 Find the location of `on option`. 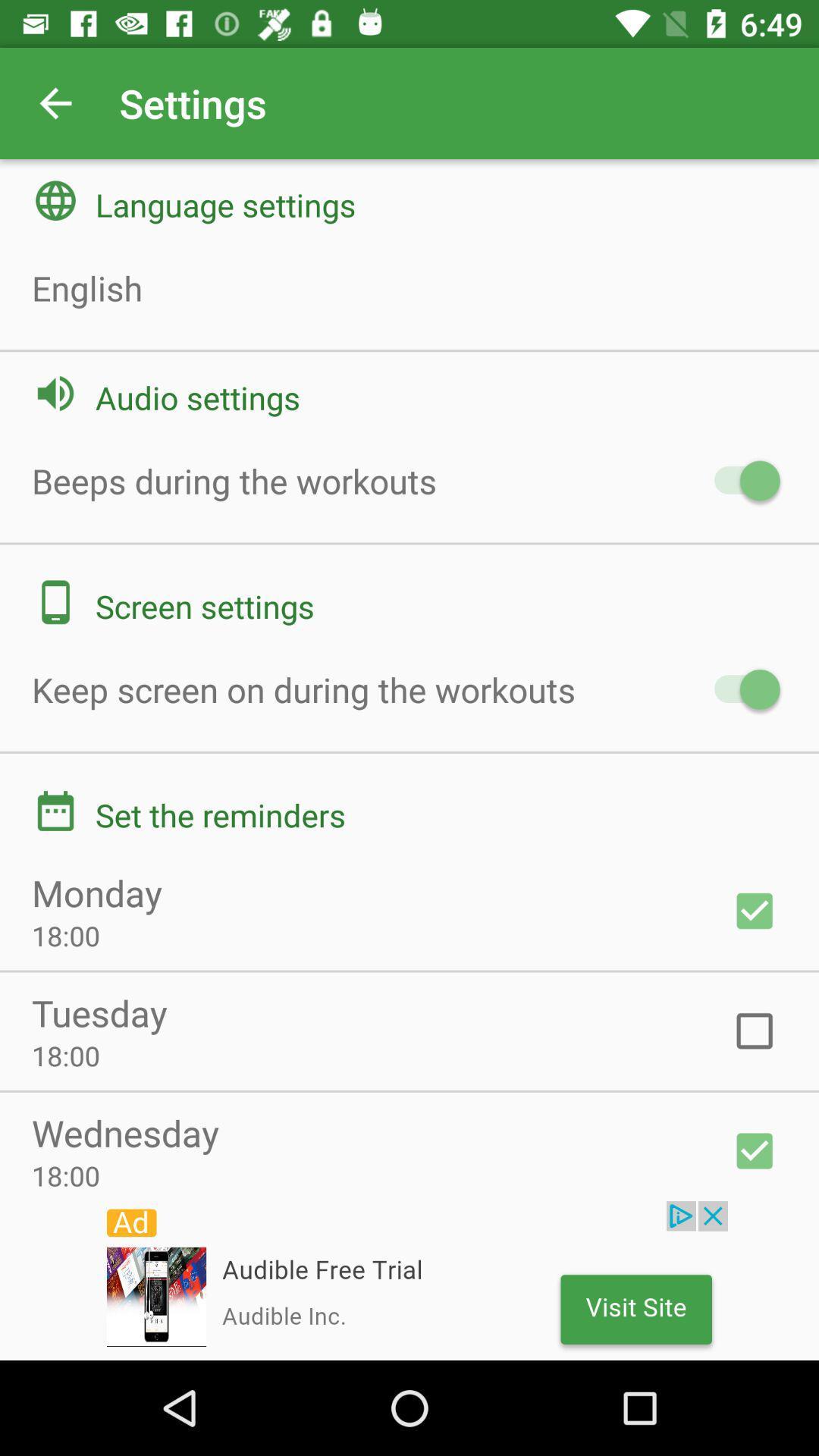

on option is located at coordinates (755, 910).